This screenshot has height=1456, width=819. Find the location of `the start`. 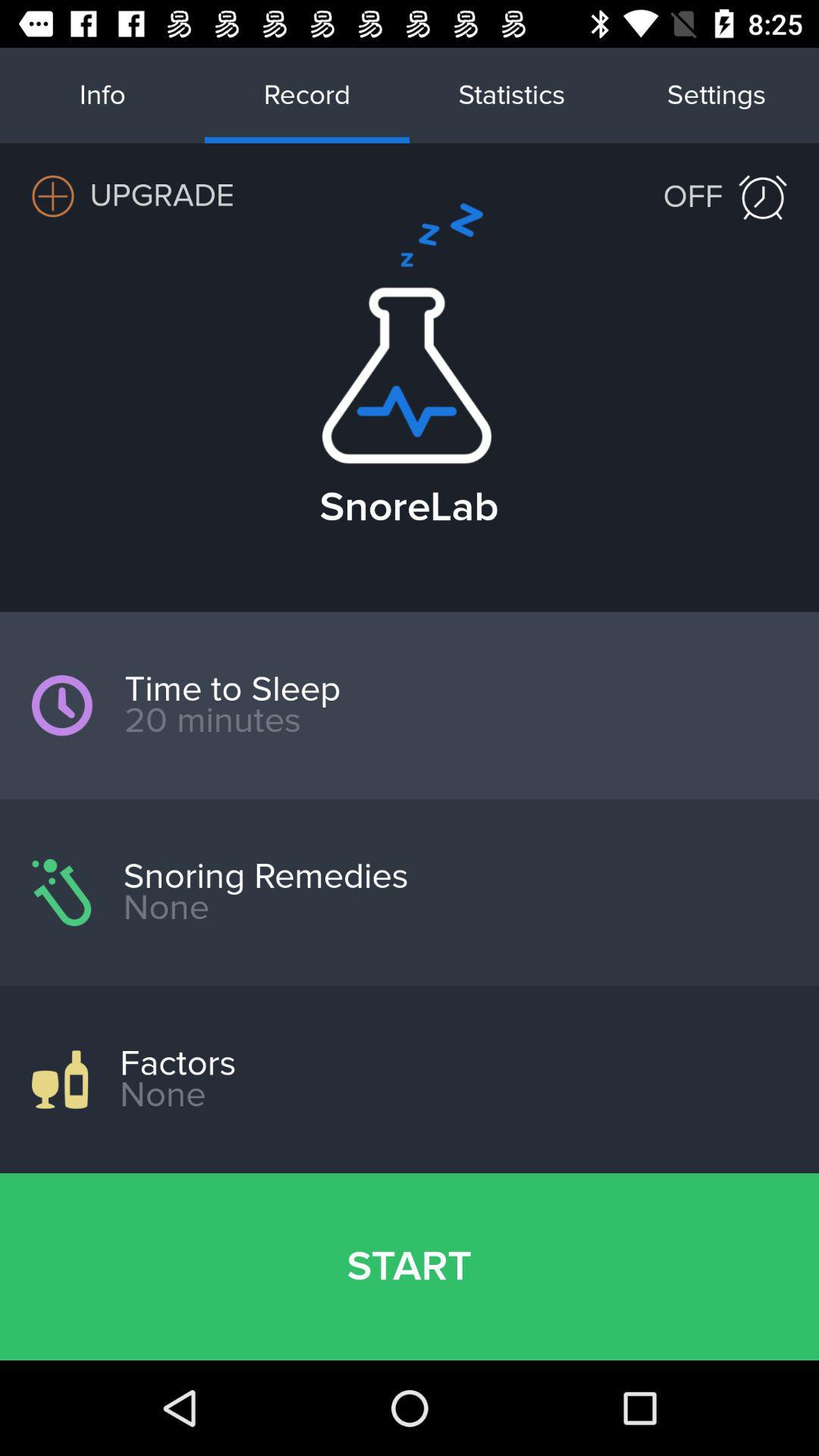

the start is located at coordinates (409, 1266).